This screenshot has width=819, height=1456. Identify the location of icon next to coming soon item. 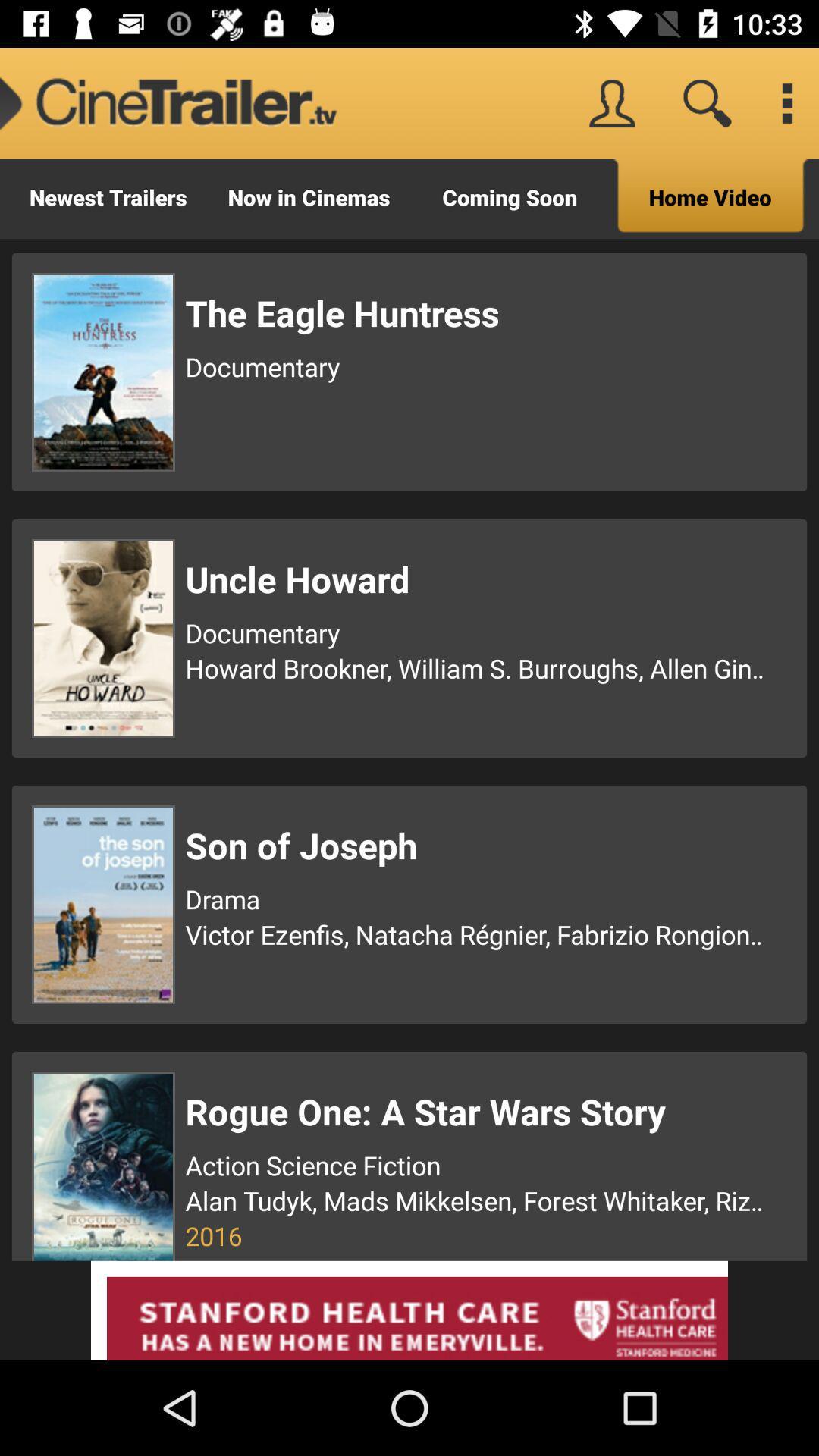
(169, 102).